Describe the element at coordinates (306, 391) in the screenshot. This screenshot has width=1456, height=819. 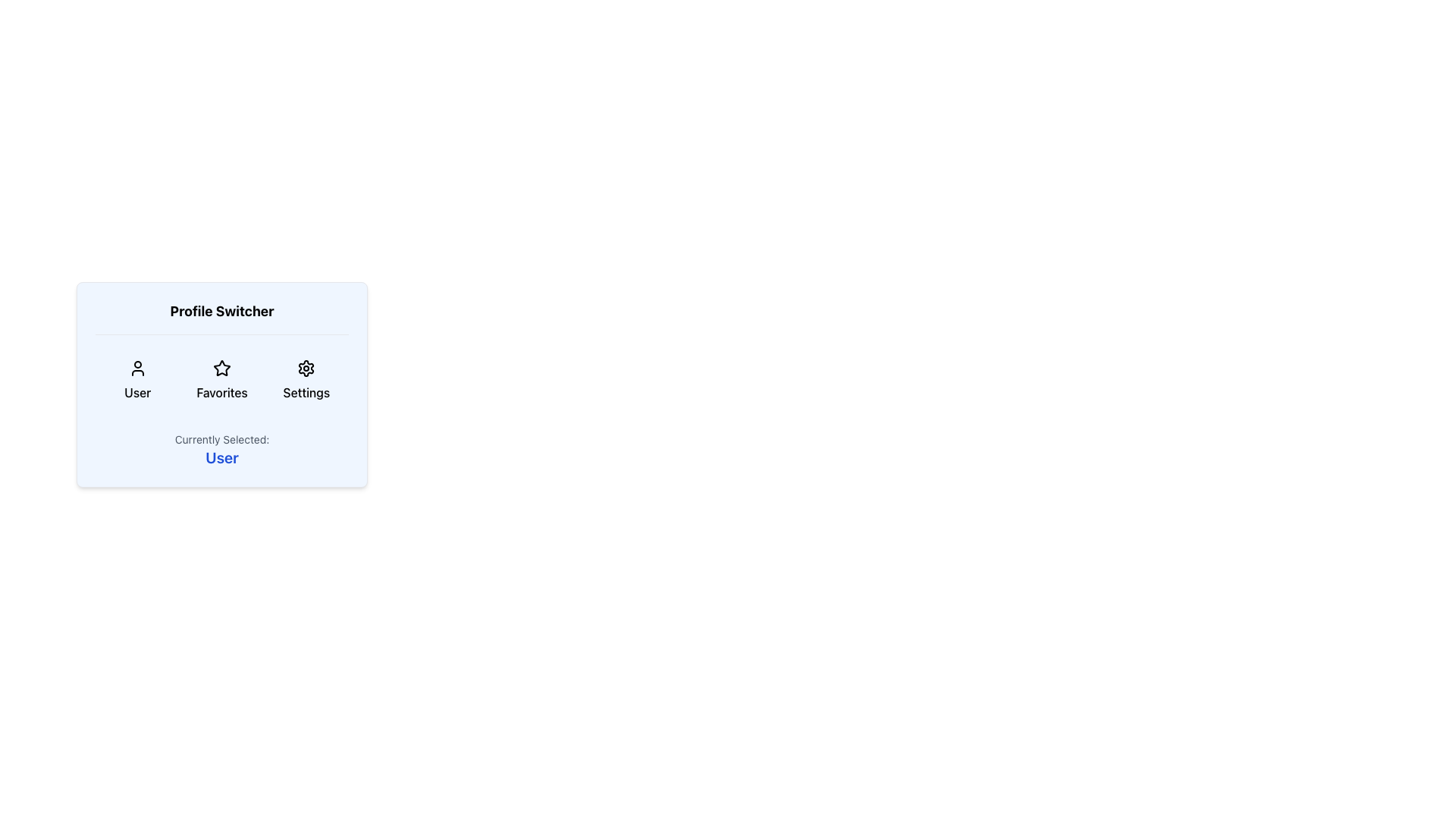
I see `the text label displaying 'Settings', which is located at the bottom of the 'Settings' option in the menu, below a gear icon` at that location.